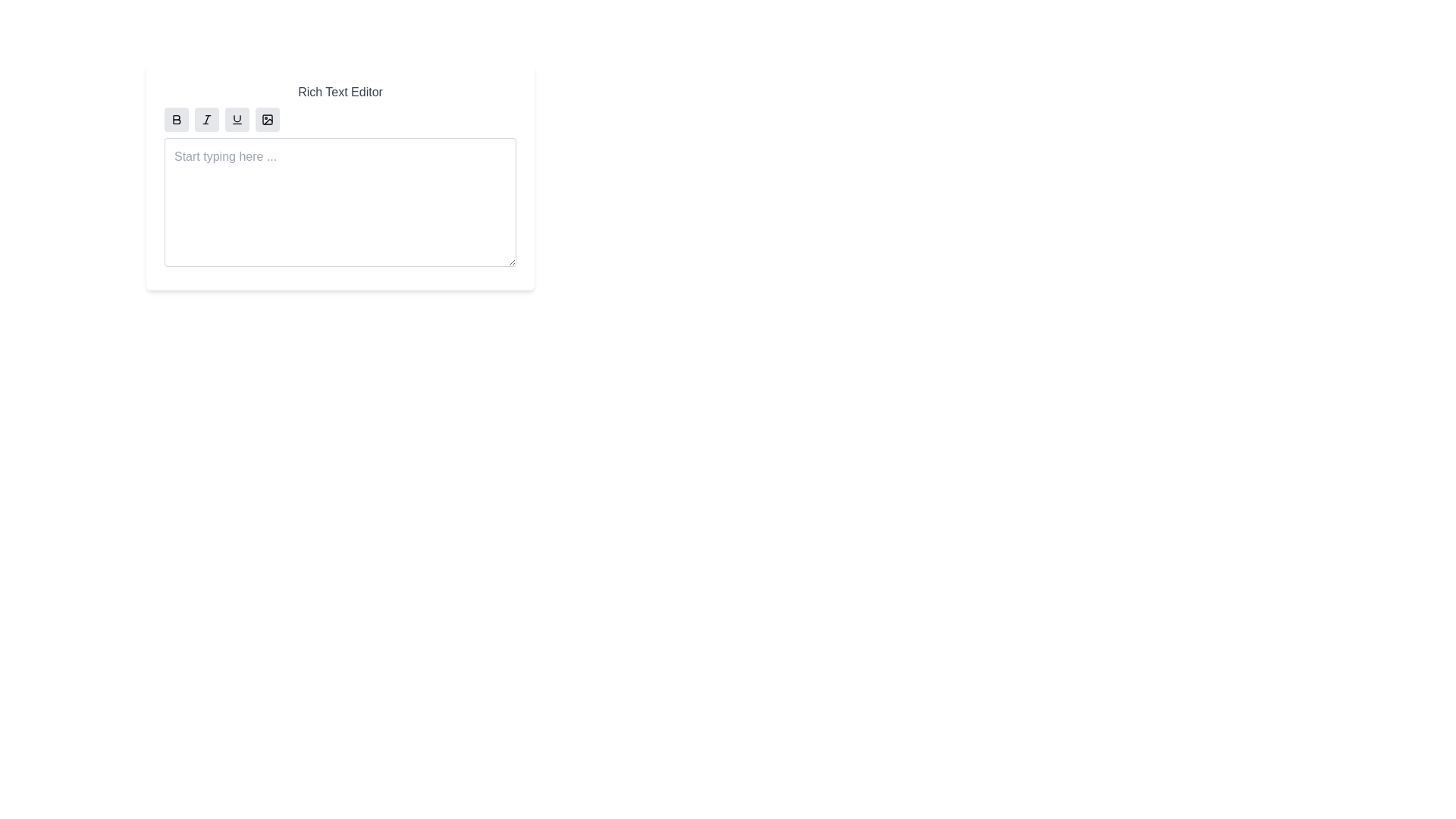  Describe the element at coordinates (177, 119) in the screenshot. I see `the 'Bold' formatting button, which is the first icon in the horizontal row of formatting buttons above the text input area of the editor, to apply bold styling to the selected text` at that location.